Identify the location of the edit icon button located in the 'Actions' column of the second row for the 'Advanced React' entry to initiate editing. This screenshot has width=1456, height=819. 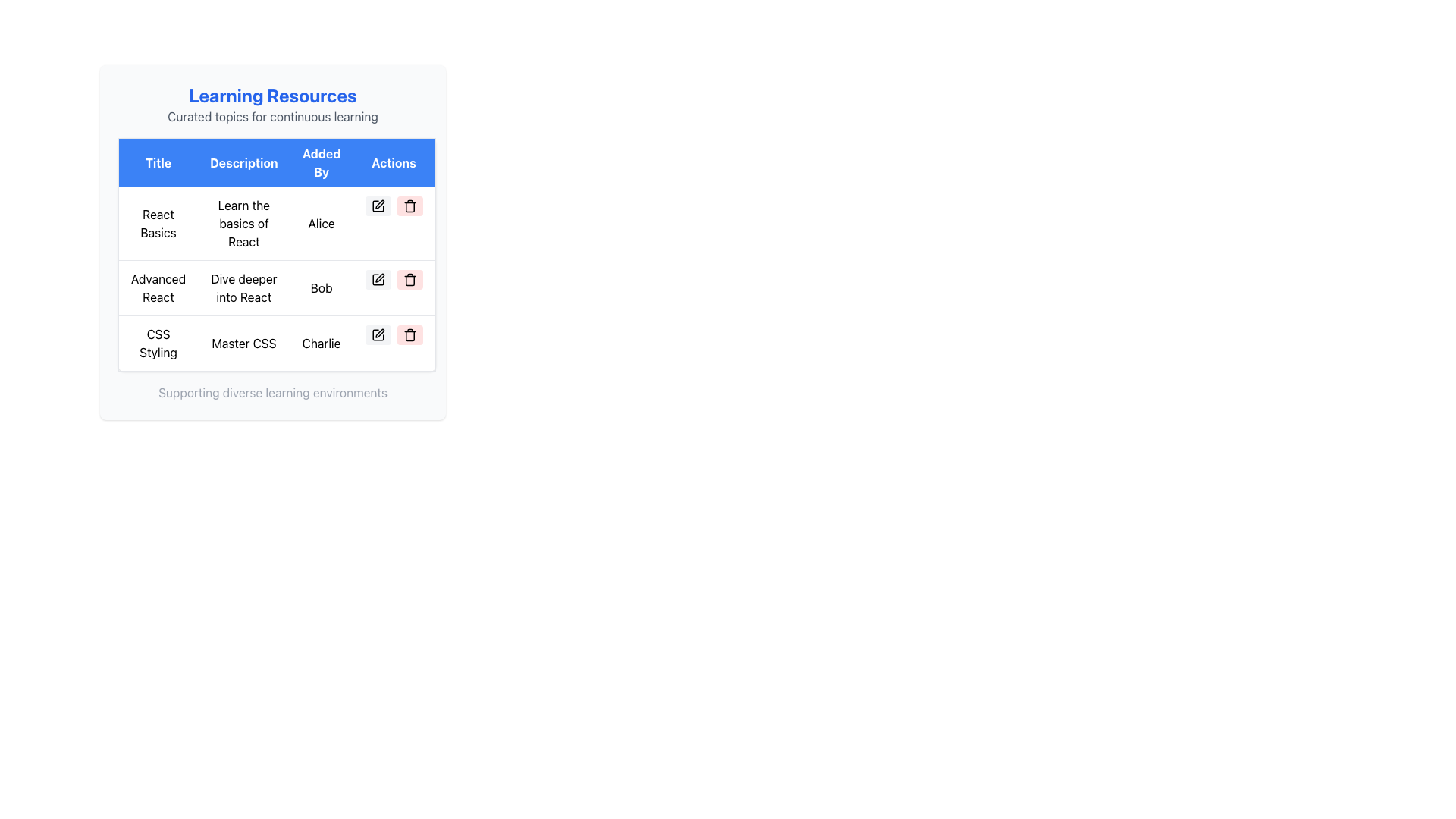
(378, 280).